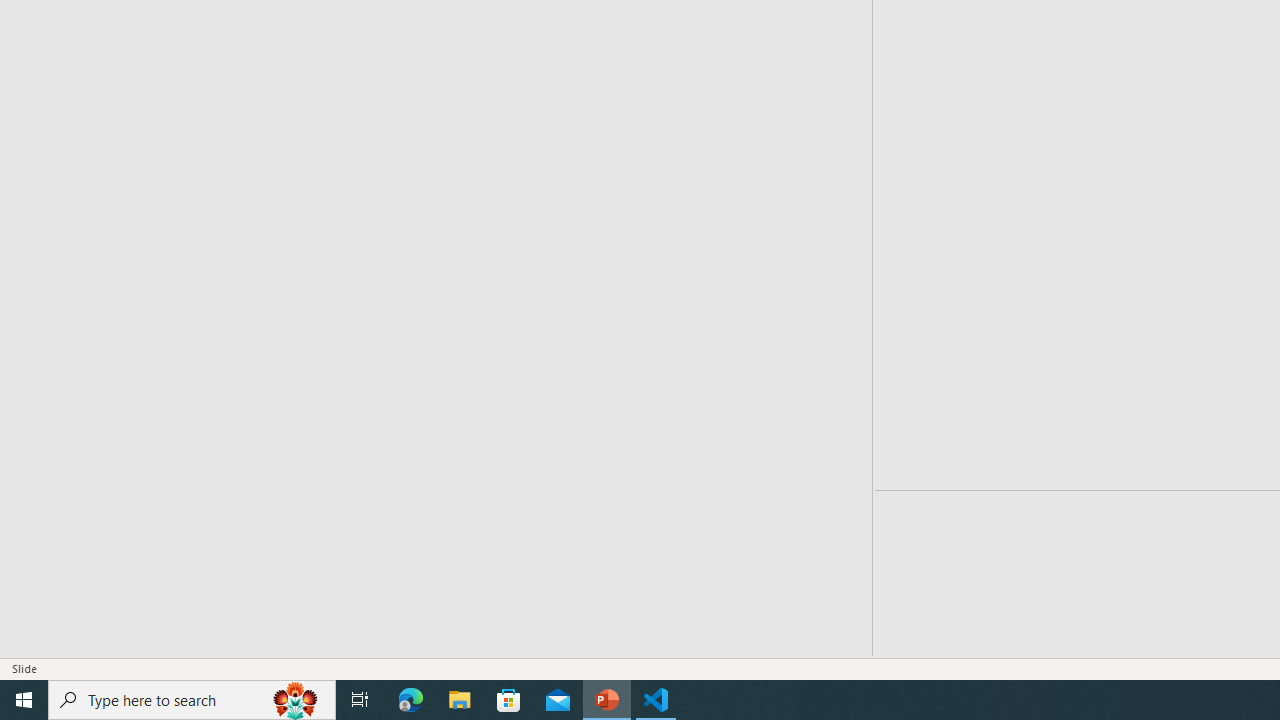 The image size is (1280, 720). What do you see at coordinates (24, 698) in the screenshot?
I see `'Start'` at bounding box center [24, 698].